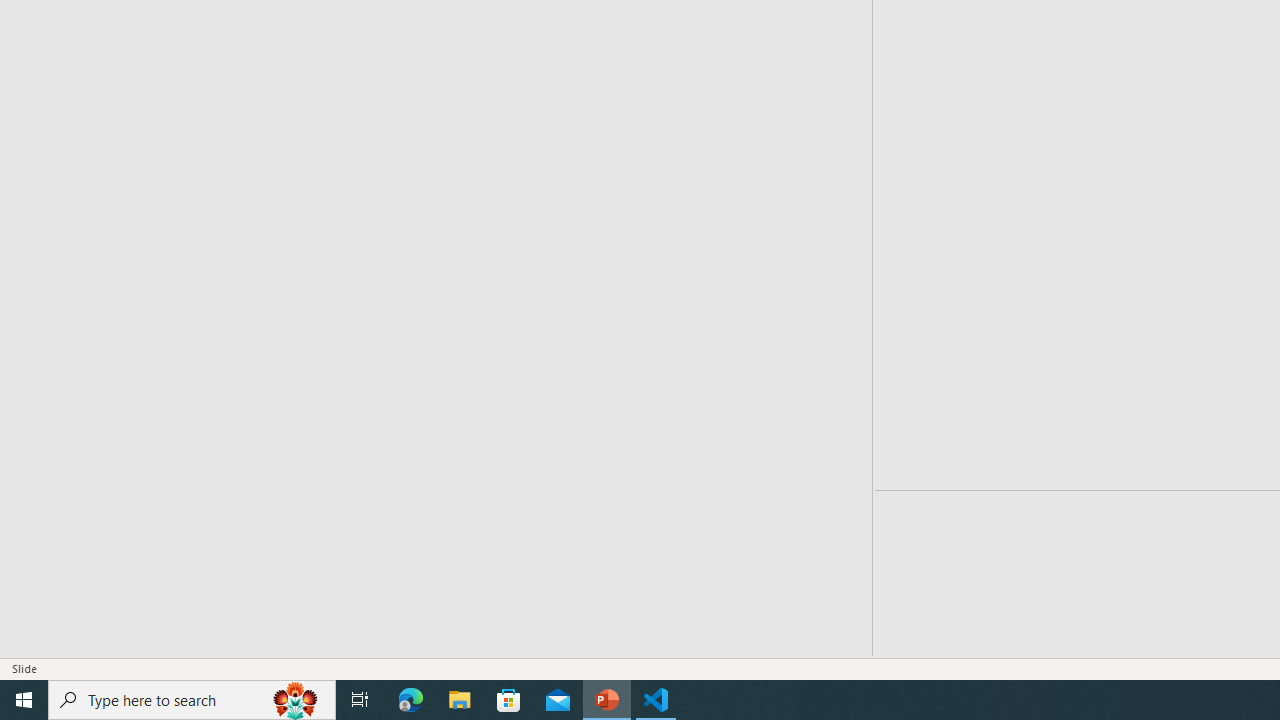 The image size is (1280, 720). What do you see at coordinates (24, 698) in the screenshot?
I see `'Start'` at bounding box center [24, 698].